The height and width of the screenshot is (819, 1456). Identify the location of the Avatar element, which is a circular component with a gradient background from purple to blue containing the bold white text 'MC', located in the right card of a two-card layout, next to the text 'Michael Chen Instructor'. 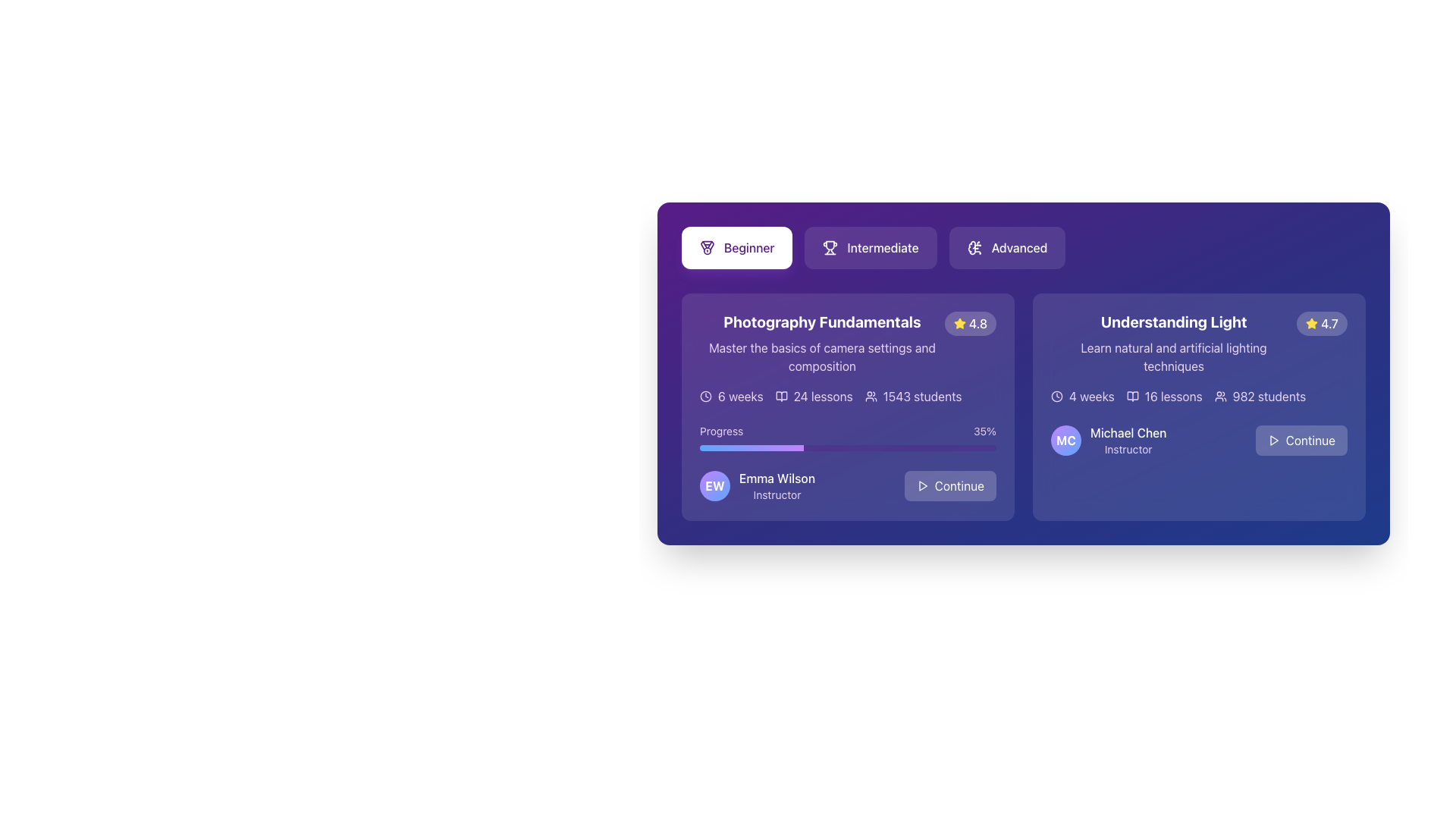
(1065, 441).